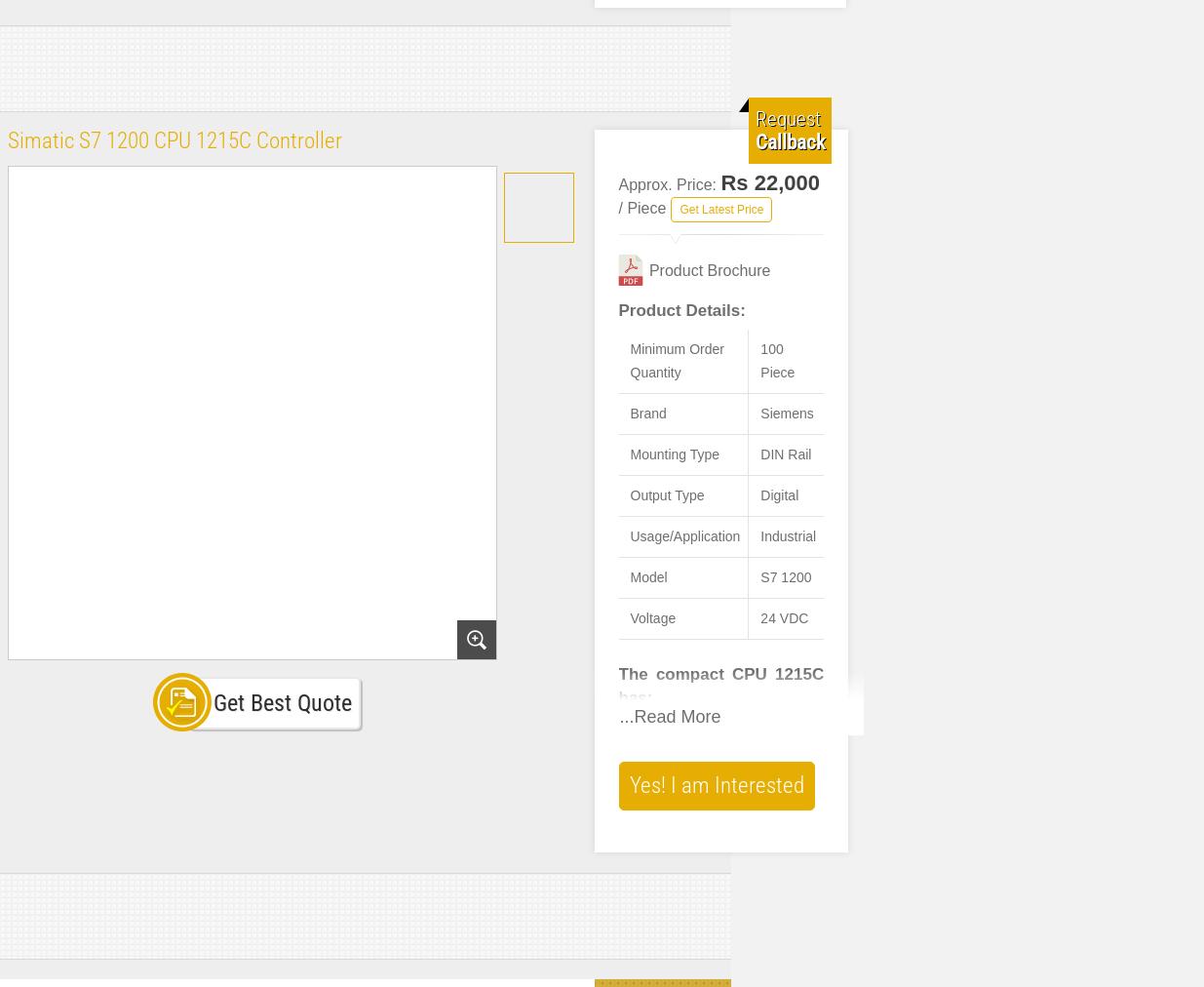  Describe the element at coordinates (681, 309) in the screenshot. I see `'Product Details:'` at that location.